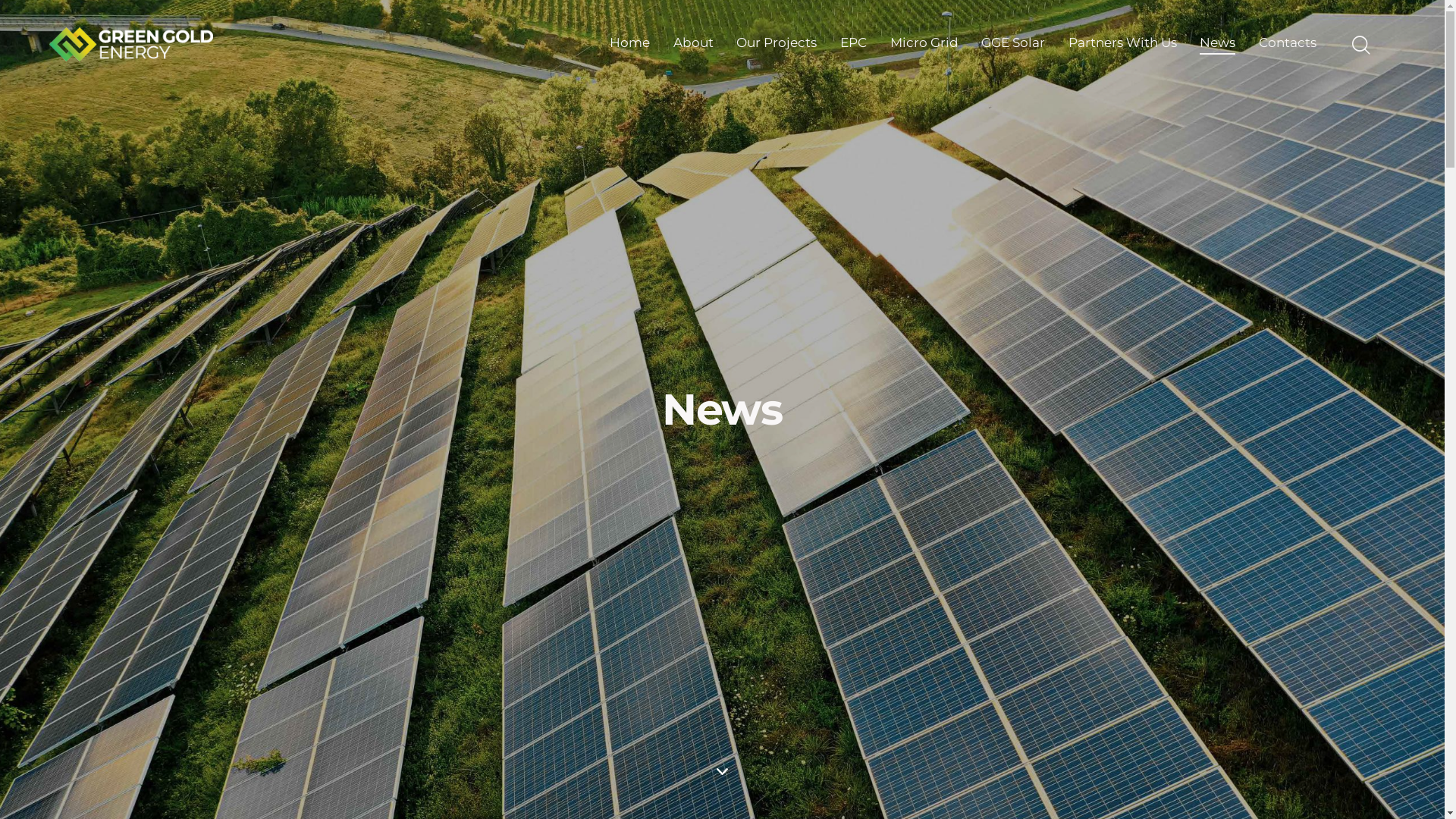 The image size is (1456, 819). What do you see at coordinates (1122, 42) in the screenshot?
I see `'Partners With Us'` at bounding box center [1122, 42].